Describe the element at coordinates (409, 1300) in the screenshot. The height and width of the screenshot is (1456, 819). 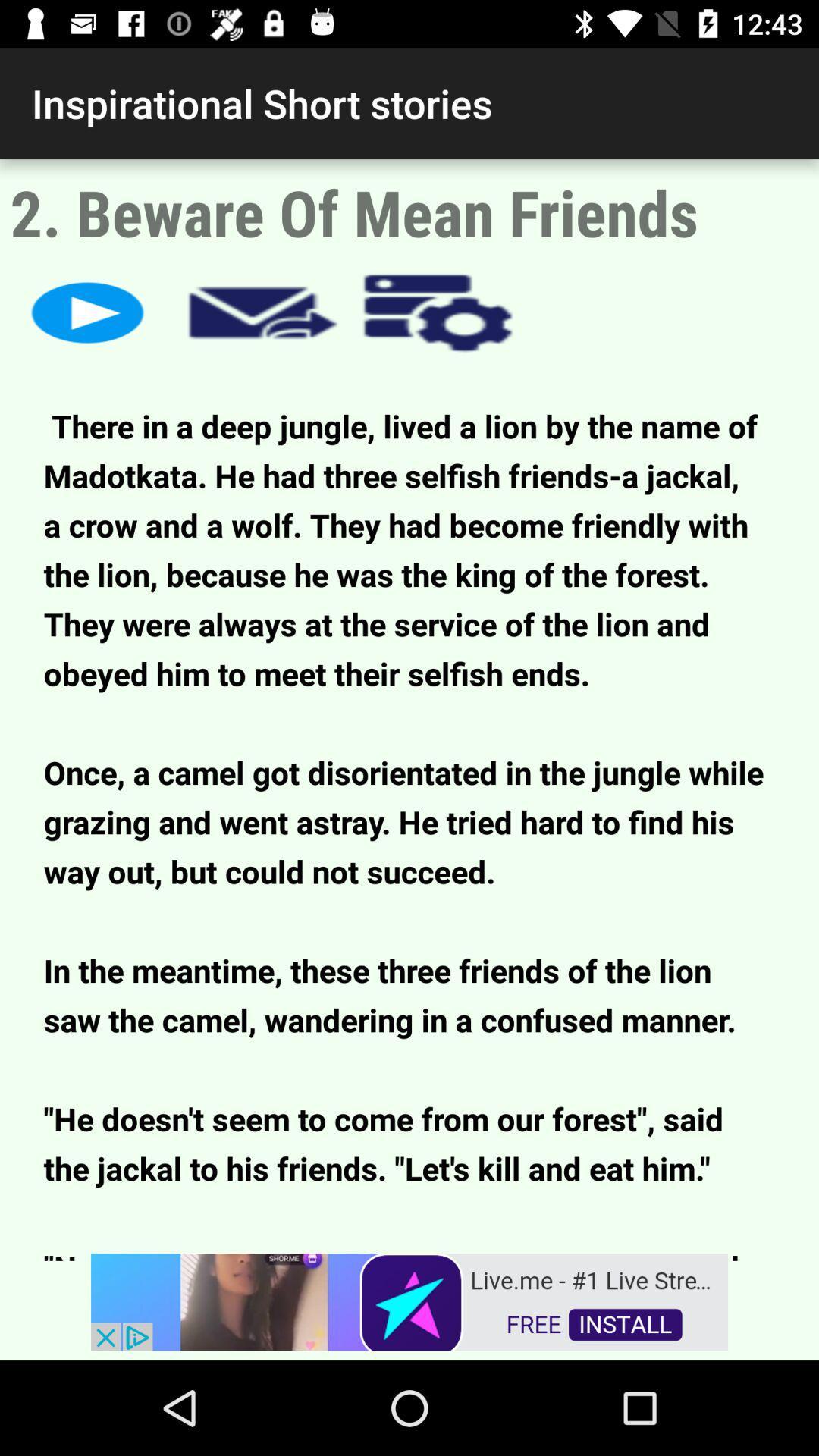
I see `advertisement page` at that location.